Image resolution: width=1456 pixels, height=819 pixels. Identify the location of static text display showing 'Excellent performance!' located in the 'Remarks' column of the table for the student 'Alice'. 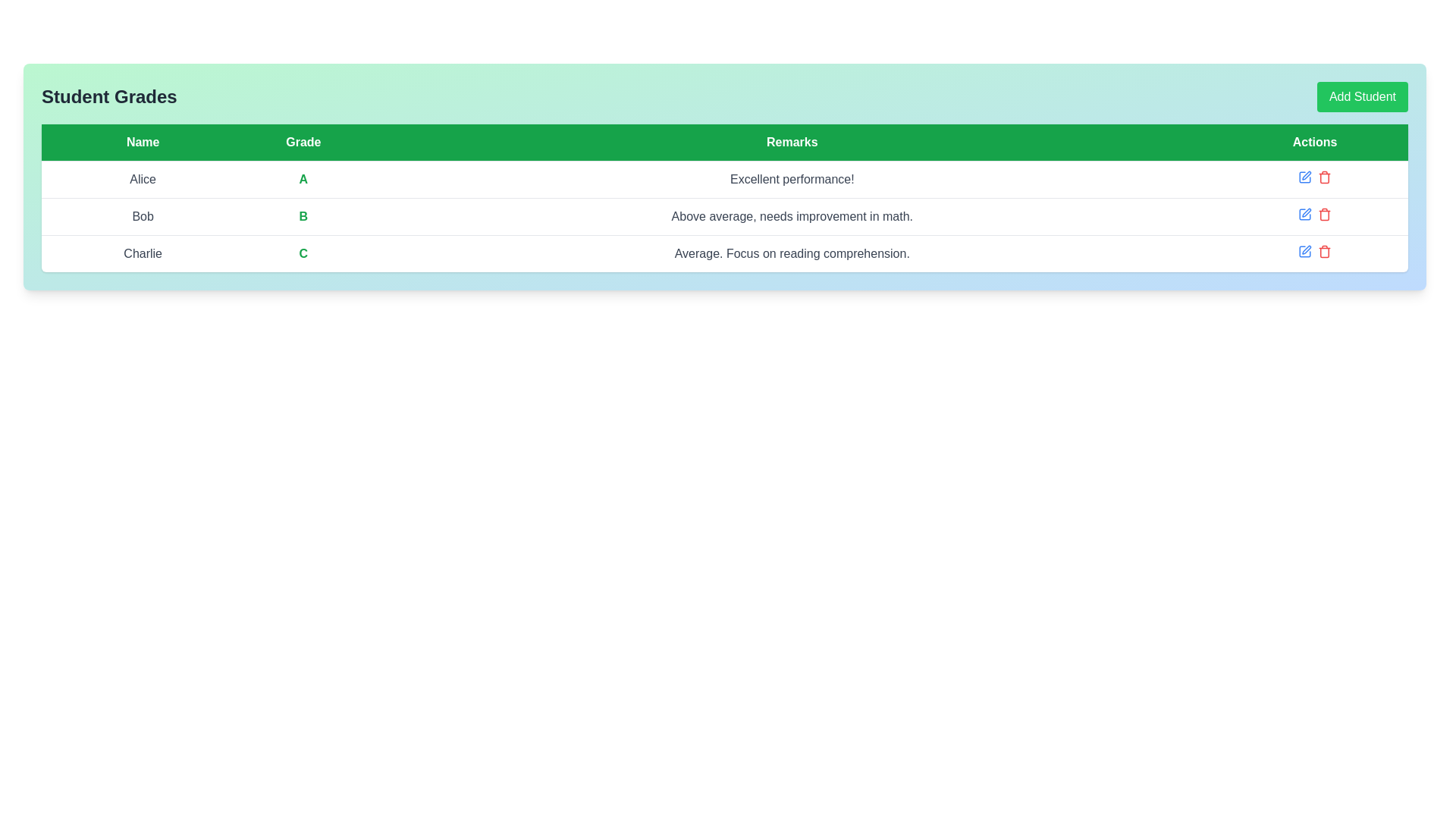
(791, 178).